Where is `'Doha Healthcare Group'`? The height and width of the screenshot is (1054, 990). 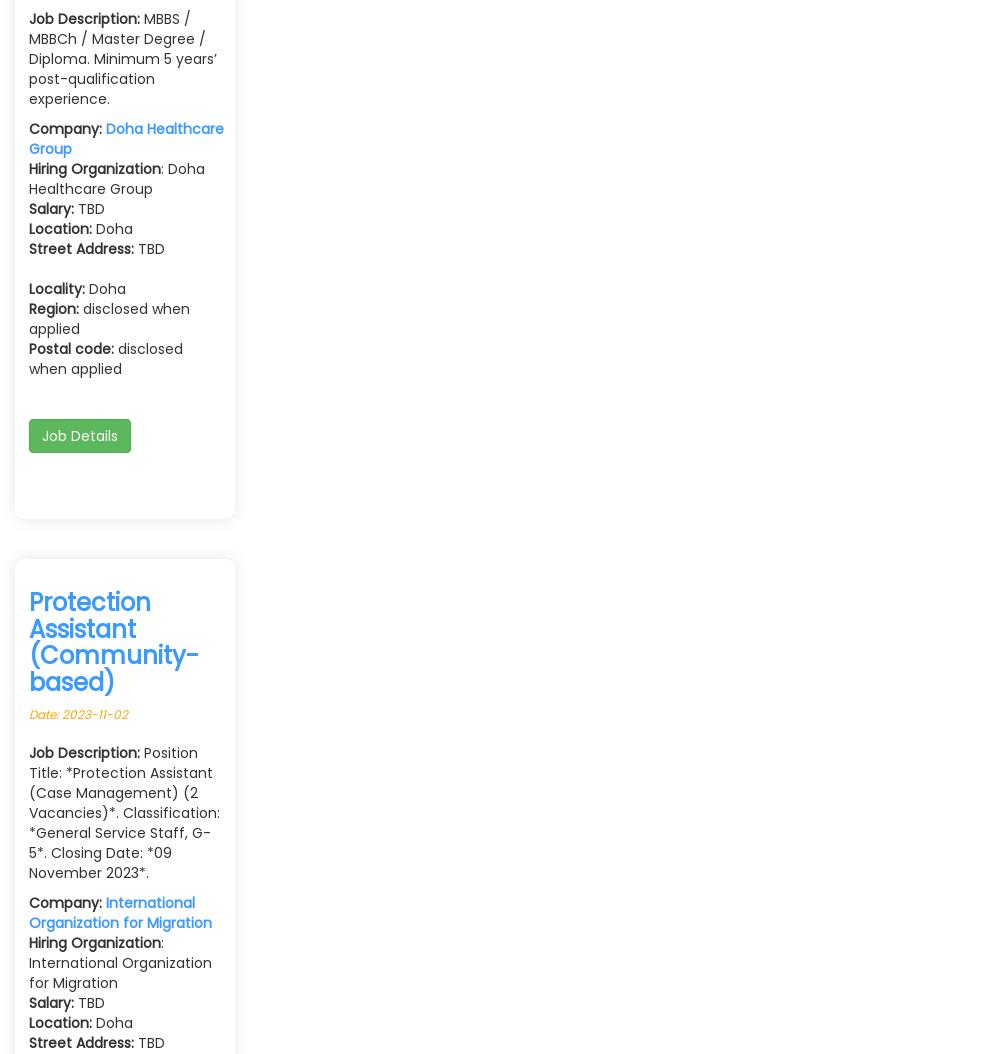 'Doha Healthcare Group' is located at coordinates (125, 139).